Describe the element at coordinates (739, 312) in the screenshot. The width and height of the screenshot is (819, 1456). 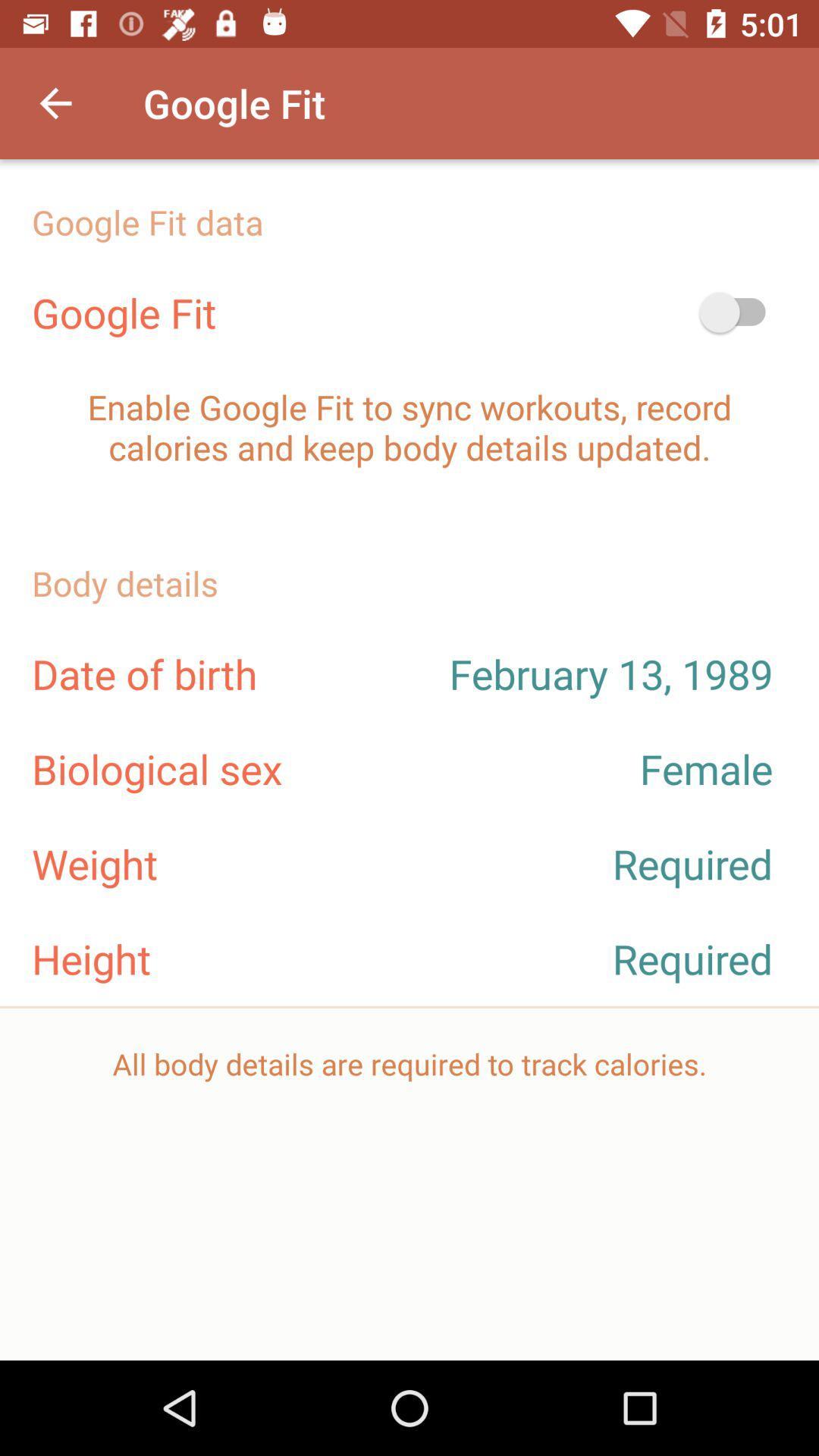
I see `the icon above enable google fit` at that location.